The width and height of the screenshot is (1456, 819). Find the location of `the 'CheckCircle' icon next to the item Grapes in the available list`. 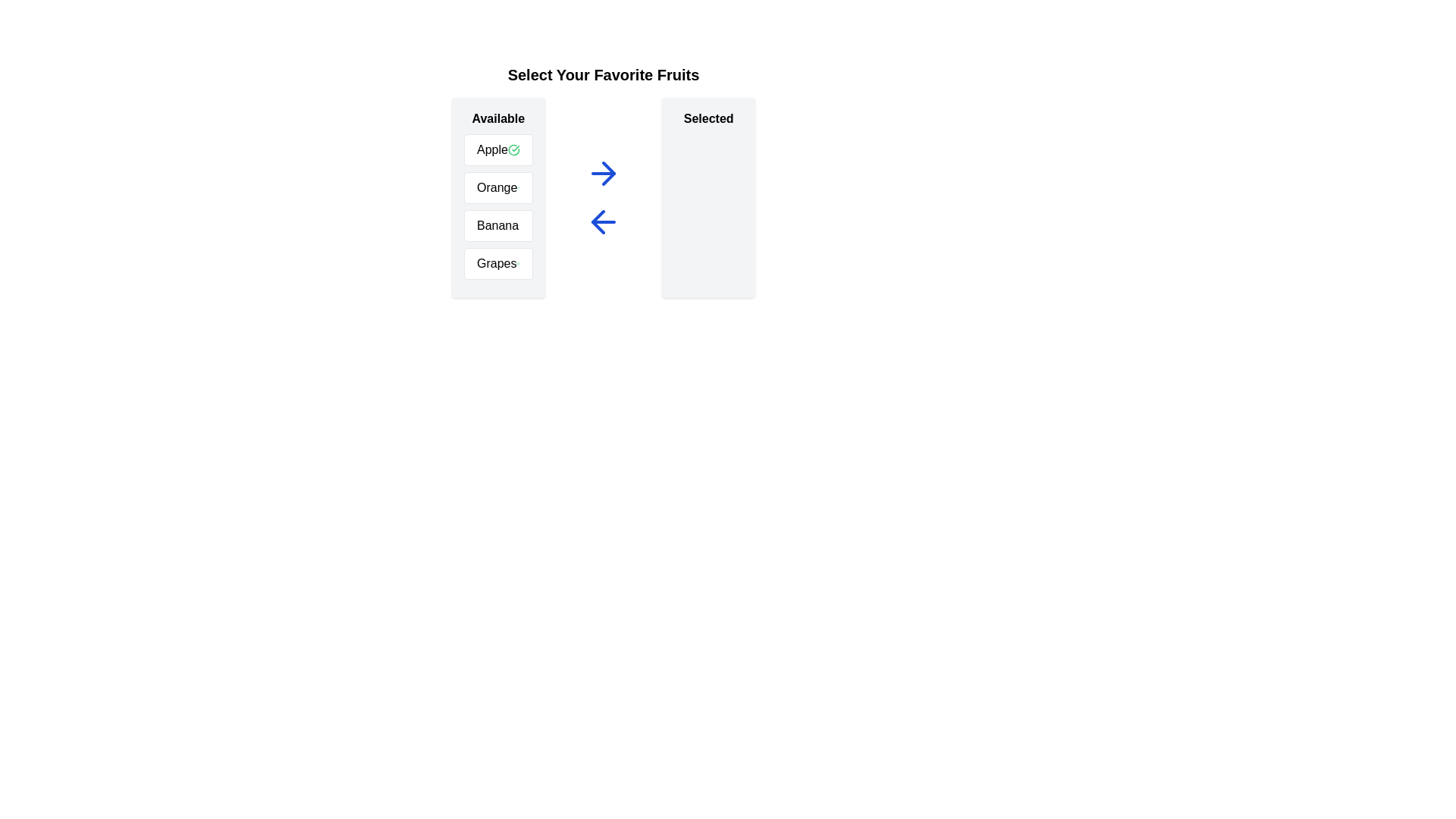

the 'CheckCircle' icon next to the item Grapes in the available list is located at coordinates (518, 262).